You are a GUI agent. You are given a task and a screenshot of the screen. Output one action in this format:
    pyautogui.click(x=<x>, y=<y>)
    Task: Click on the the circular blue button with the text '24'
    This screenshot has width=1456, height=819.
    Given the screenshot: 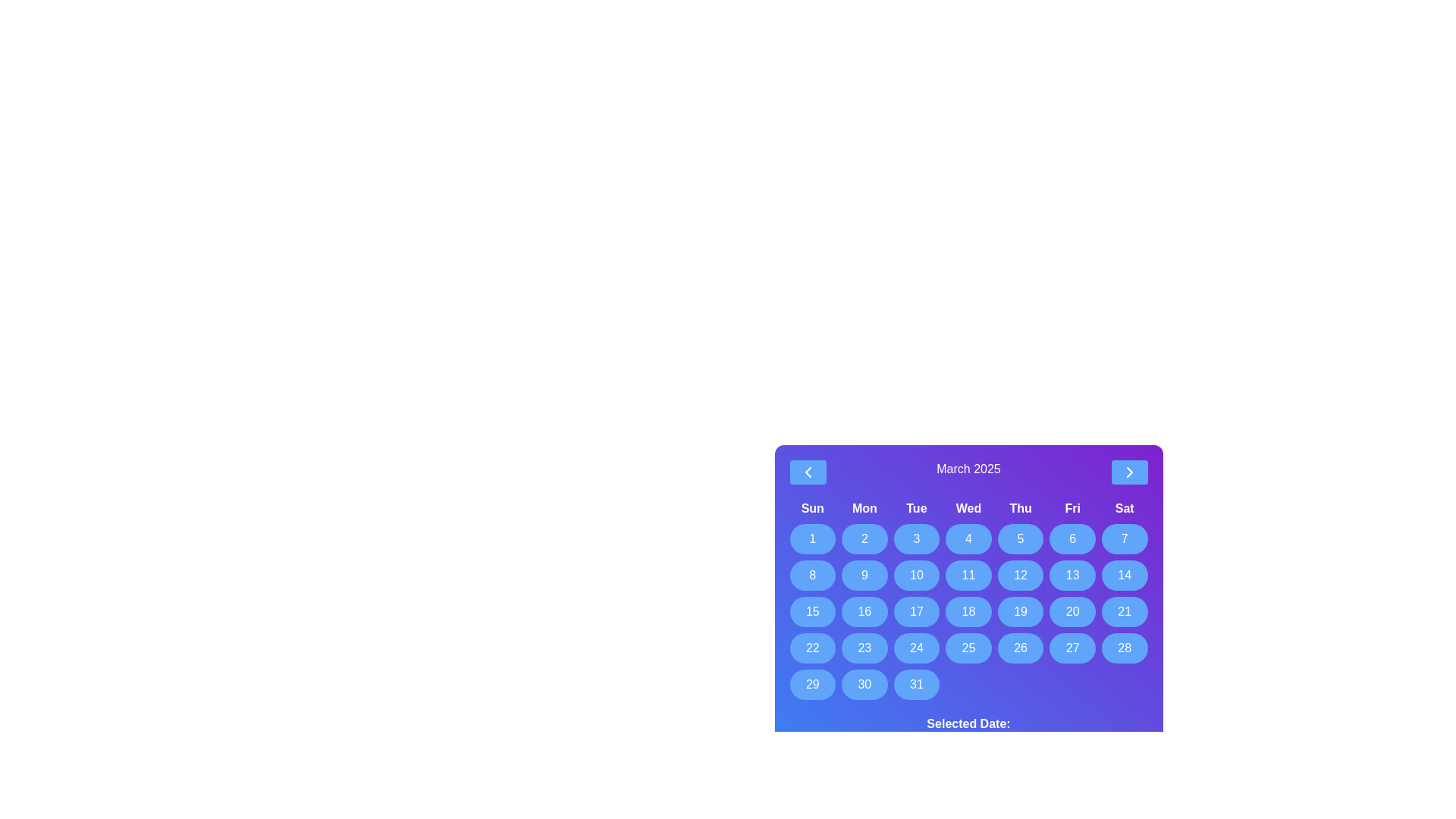 What is the action you would take?
    pyautogui.click(x=915, y=648)
    